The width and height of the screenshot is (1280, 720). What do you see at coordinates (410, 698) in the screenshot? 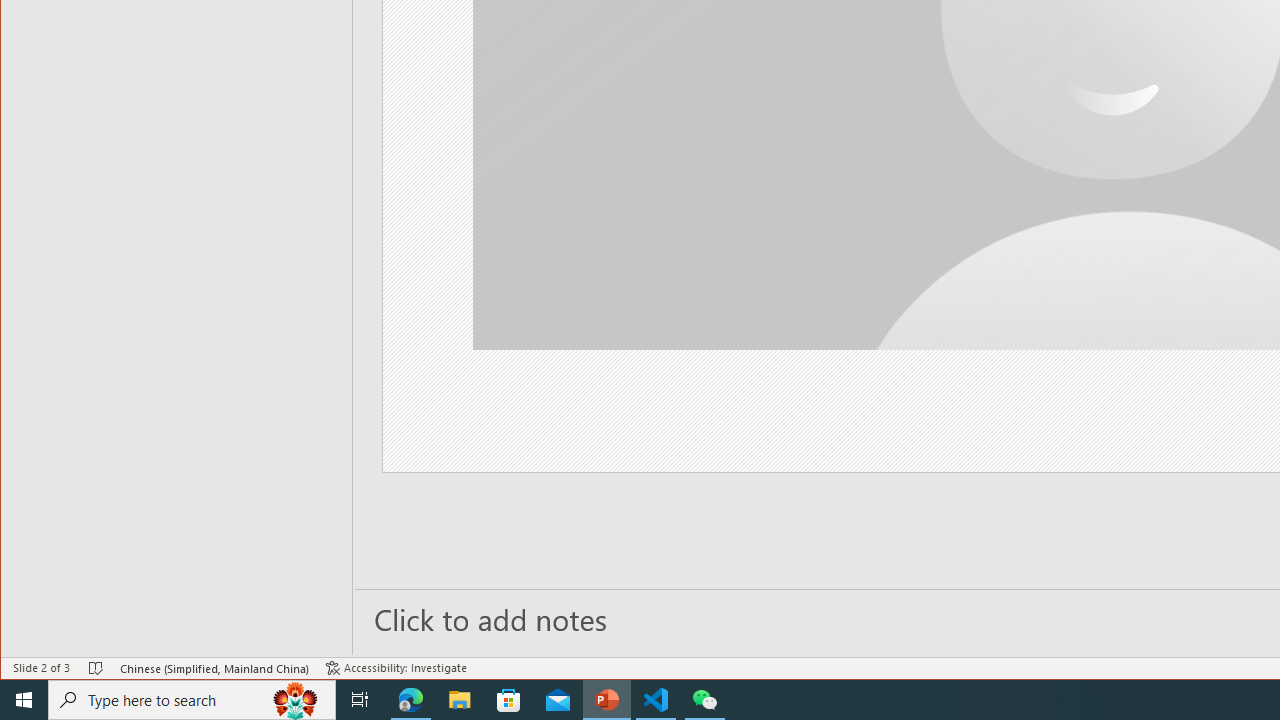
I see `'Microsoft Edge - 1 running window'` at bounding box center [410, 698].